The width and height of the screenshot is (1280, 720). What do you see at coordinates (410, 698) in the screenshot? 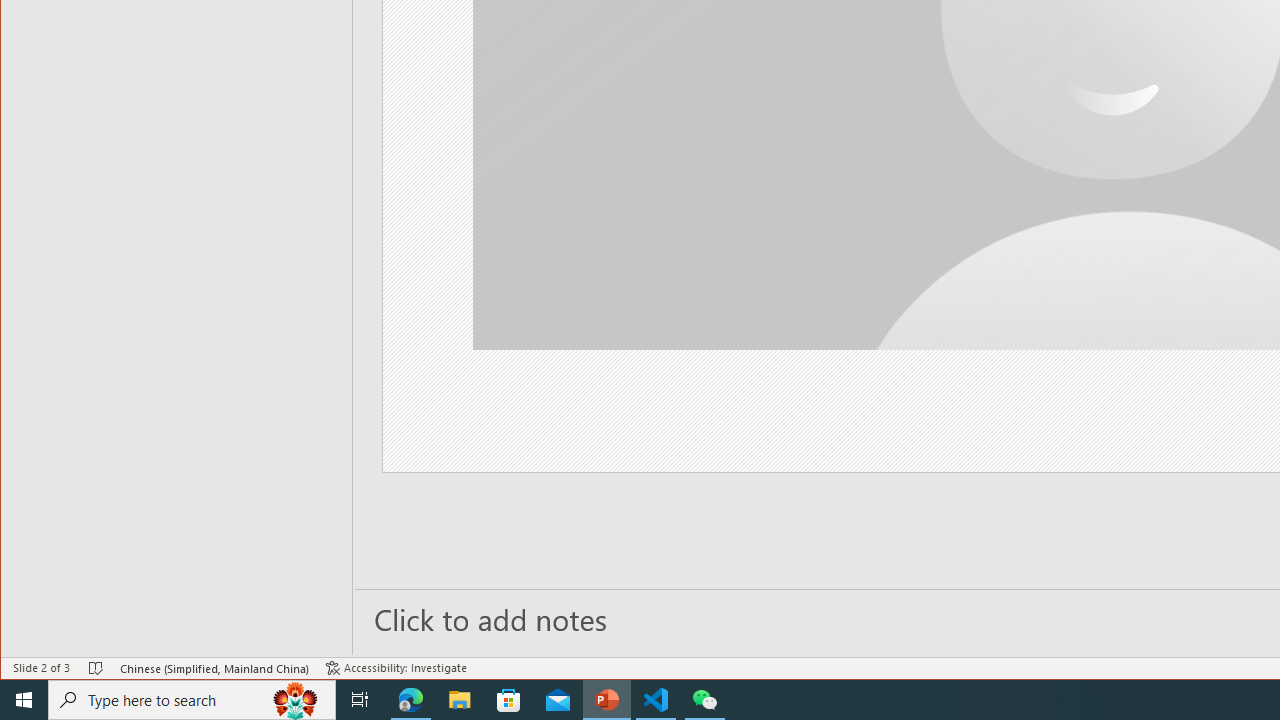
I see `'Microsoft Edge - 1 running window'` at bounding box center [410, 698].